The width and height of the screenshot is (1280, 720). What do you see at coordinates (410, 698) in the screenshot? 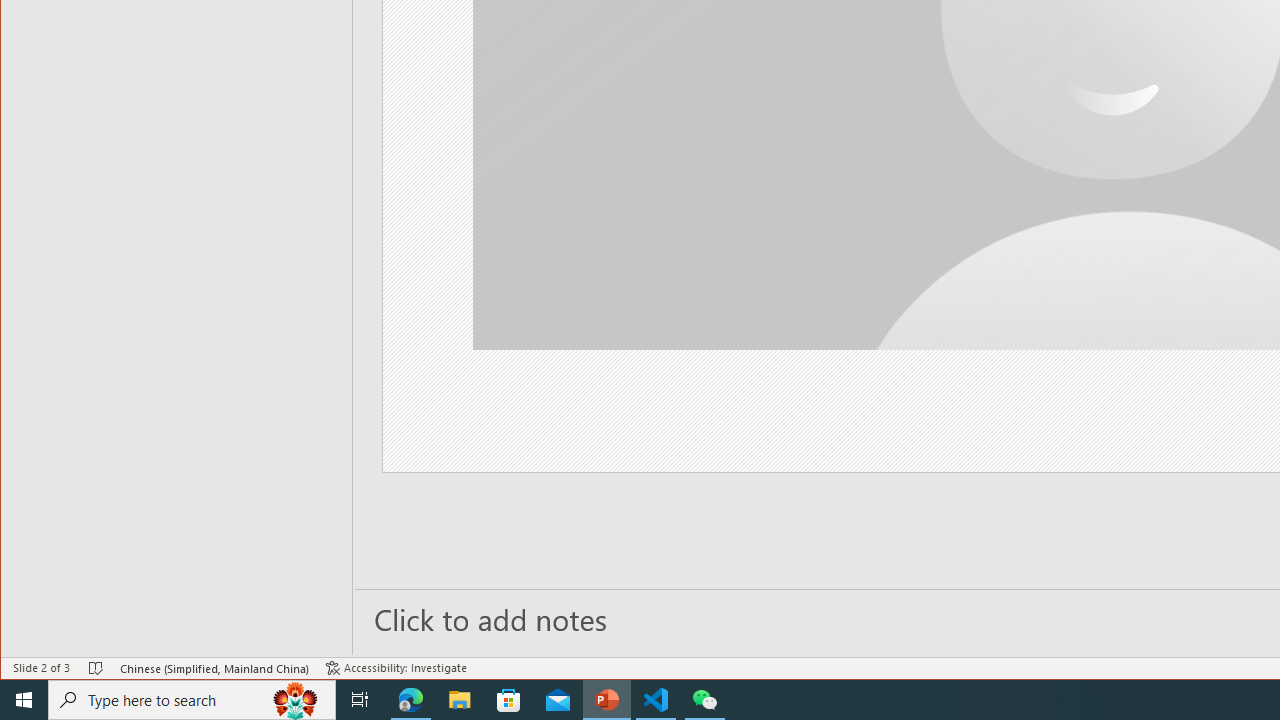
I see `'Microsoft Edge - 1 running window'` at bounding box center [410, 698].